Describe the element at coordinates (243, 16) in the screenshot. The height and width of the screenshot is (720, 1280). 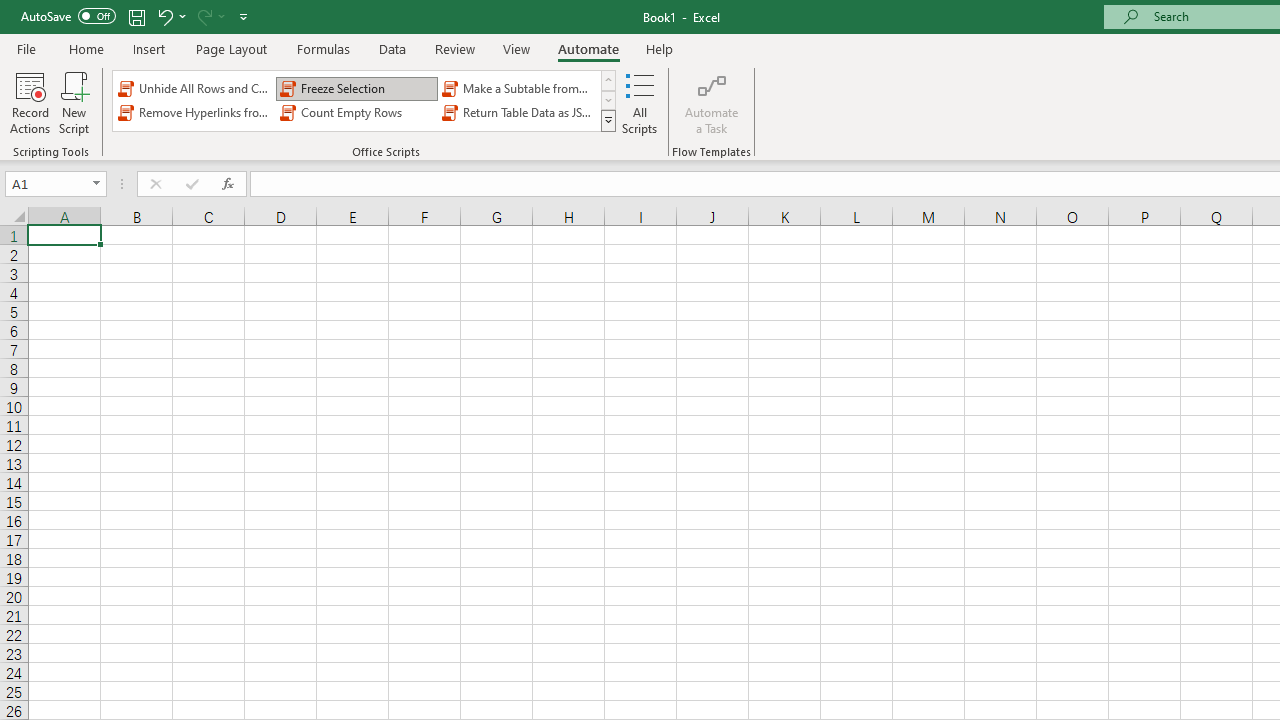
I see `'Customize Quick Access Toolbar'` at that location.